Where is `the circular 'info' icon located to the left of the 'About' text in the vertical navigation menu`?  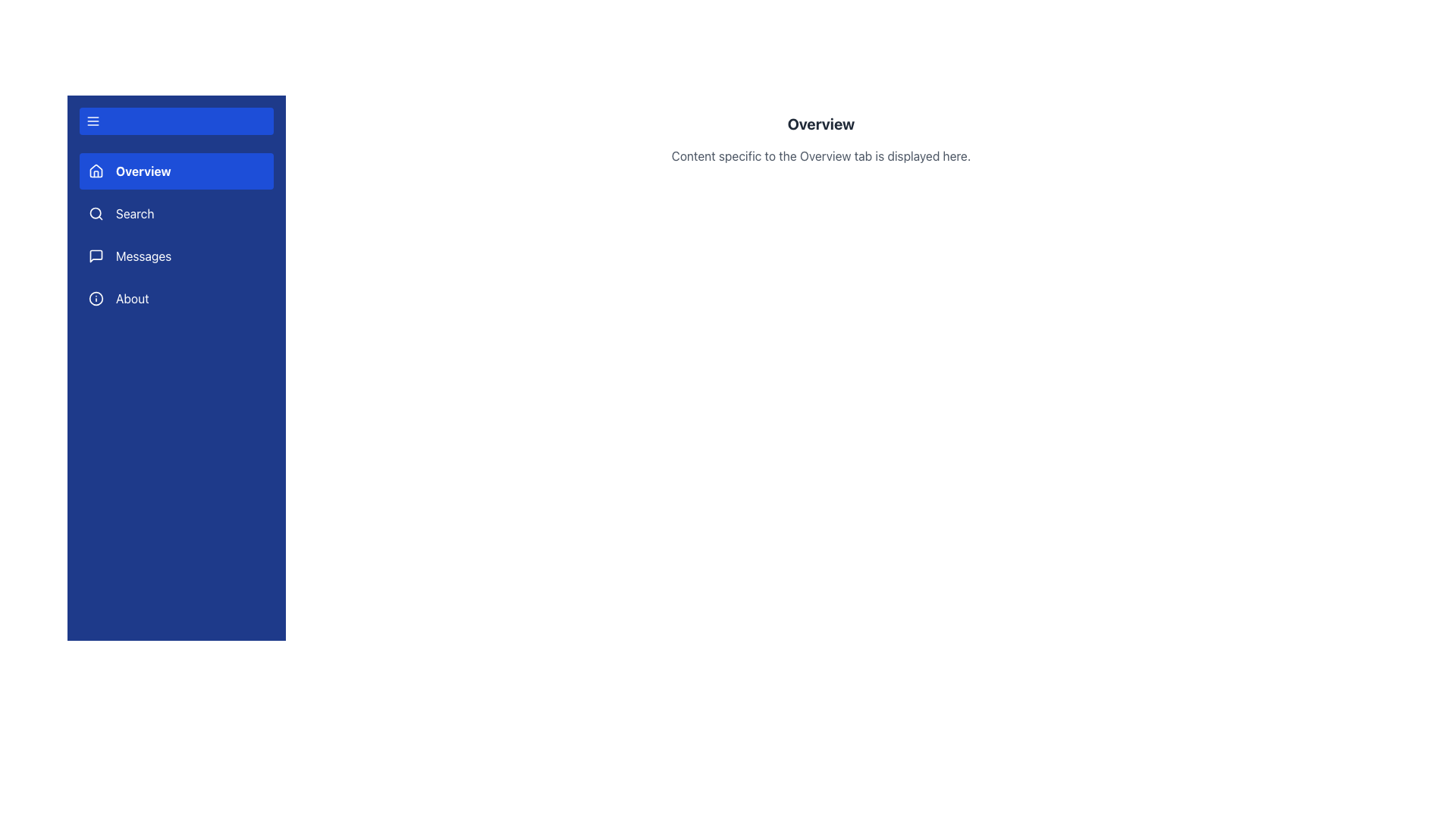 the circular 'info' icon located to the left of the 'About' text in the vertical navigation menu is located at coordinates (95, 298).